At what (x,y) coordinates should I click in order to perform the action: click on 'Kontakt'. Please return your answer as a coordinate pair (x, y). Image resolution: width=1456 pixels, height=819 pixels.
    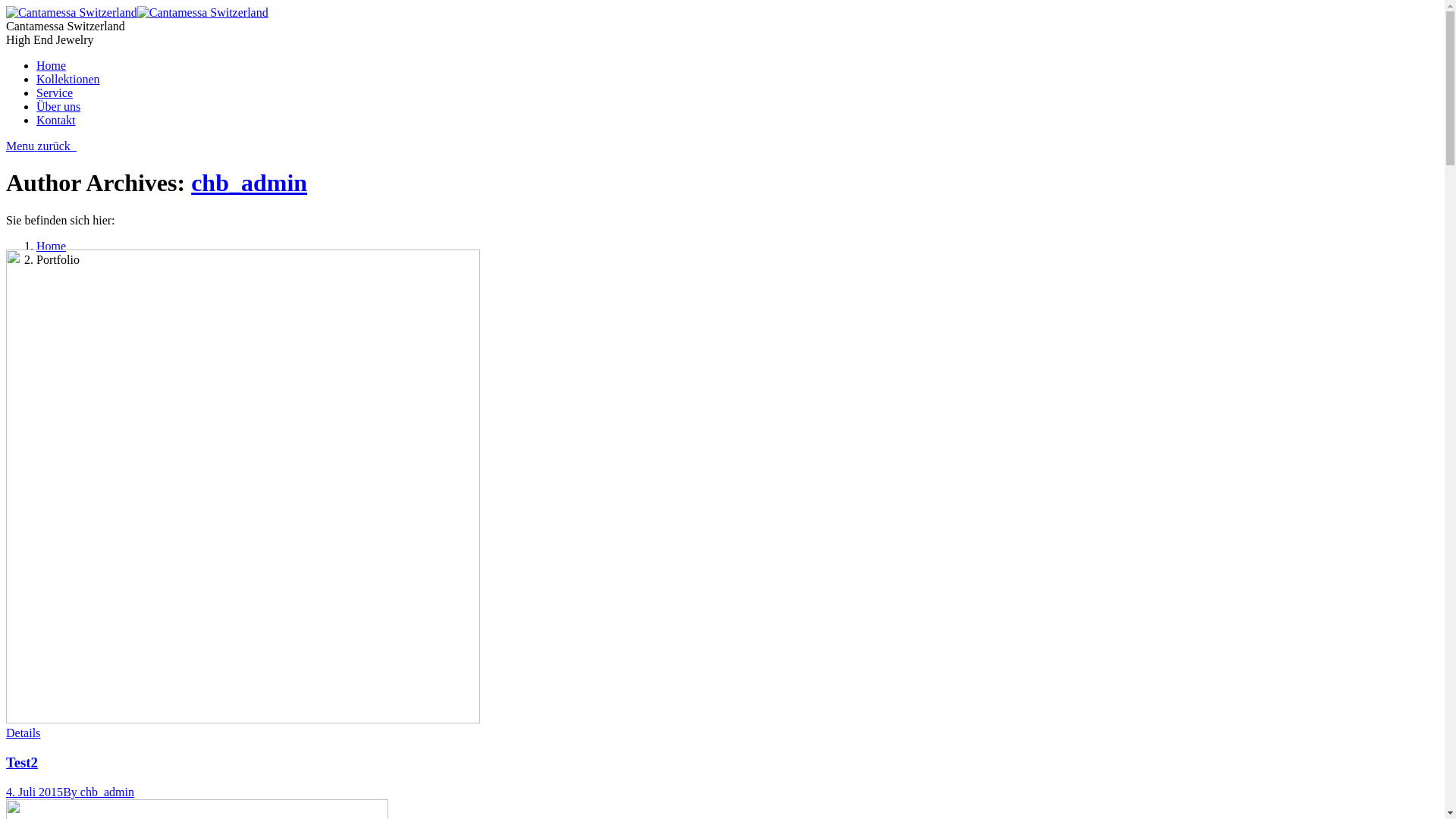
    Looking at the image, I should click on (55, 119).